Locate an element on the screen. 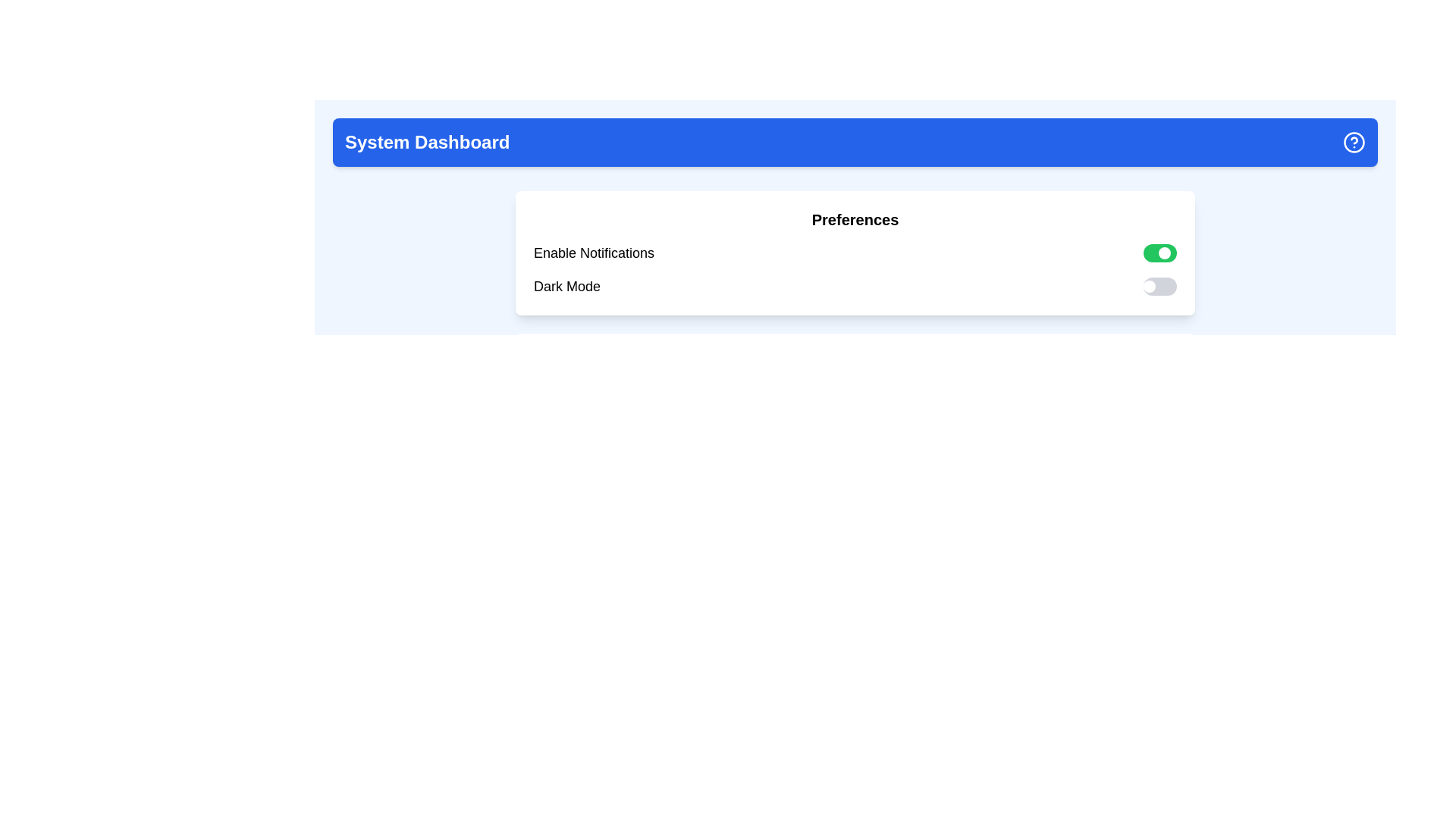  the toggle switch for 'Dark Mode' to change its state, located to the right of the 'Dark Mode' text label in the preferences panel is located at coordinates (1159, 287).